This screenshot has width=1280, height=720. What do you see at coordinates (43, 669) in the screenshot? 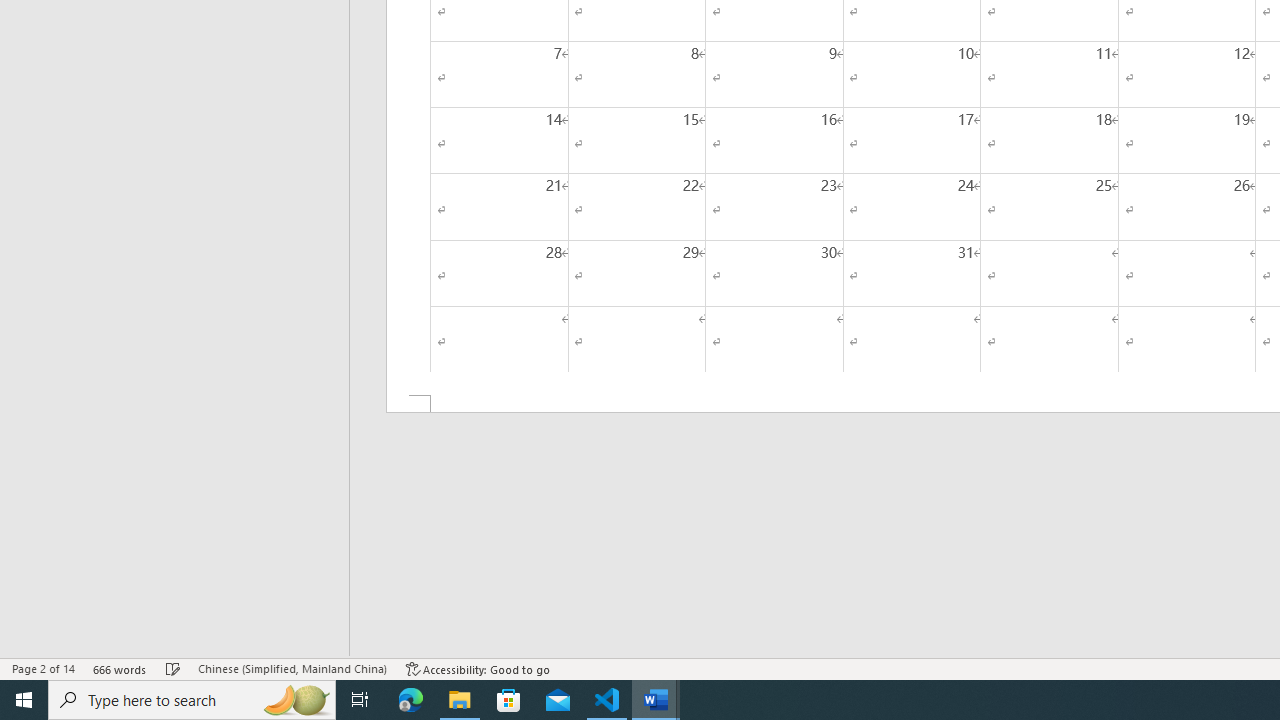
I see `'Page Number Page 2 of 14'` at bounding box center [43, 669].